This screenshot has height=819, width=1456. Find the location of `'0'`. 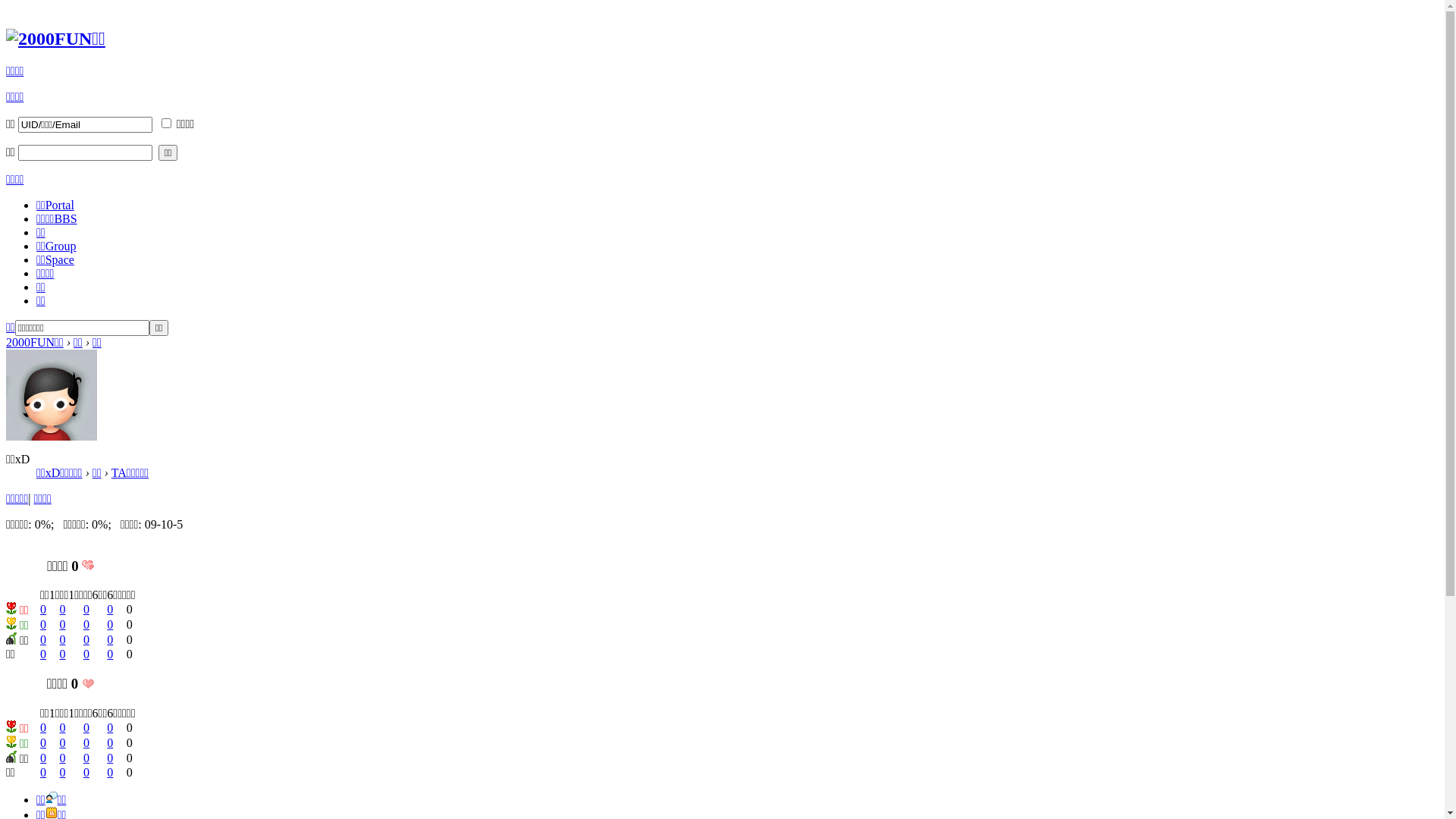

'0' is located at coordinates (61, 653).